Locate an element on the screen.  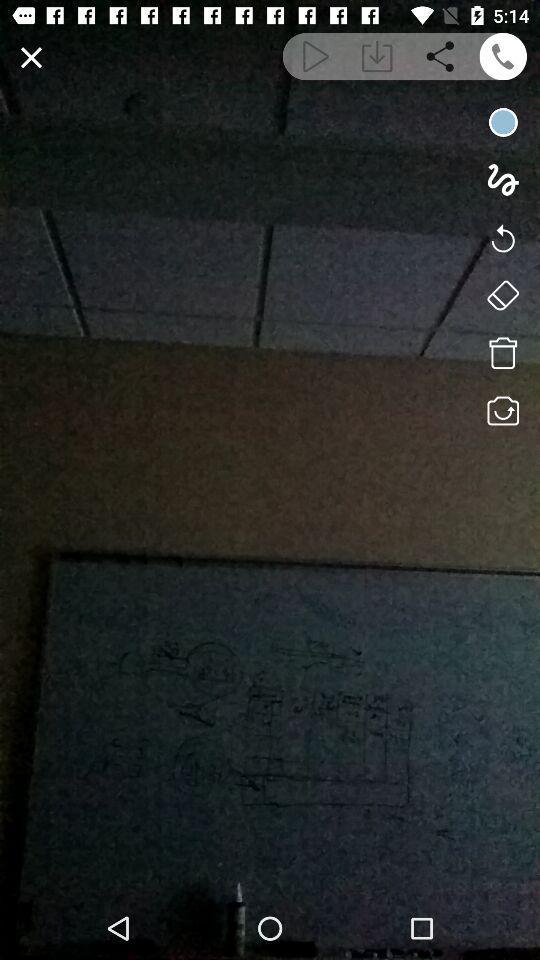
portrait option is located at coordinates (502, 294).